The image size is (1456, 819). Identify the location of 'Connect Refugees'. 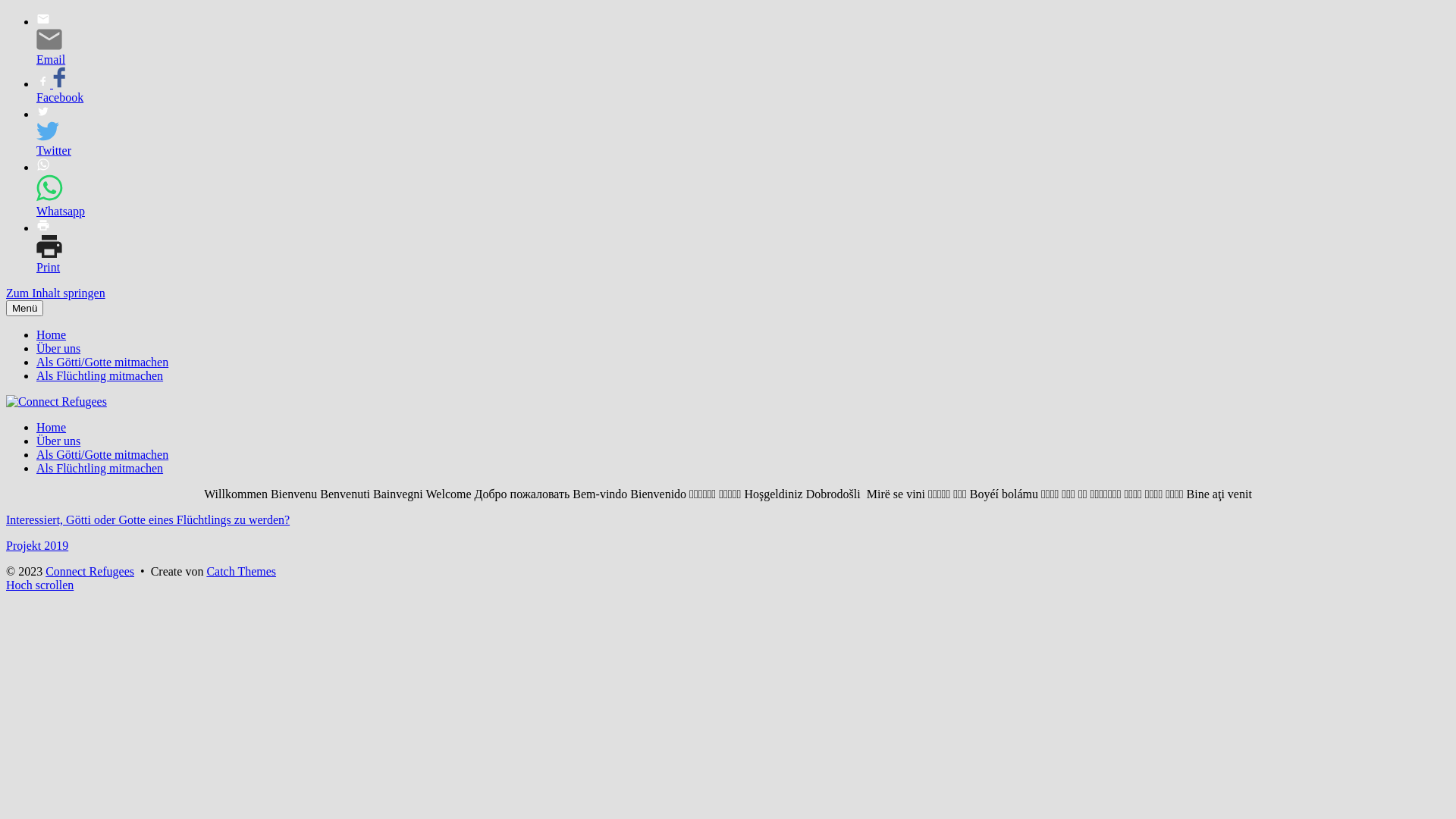
(89, 571).